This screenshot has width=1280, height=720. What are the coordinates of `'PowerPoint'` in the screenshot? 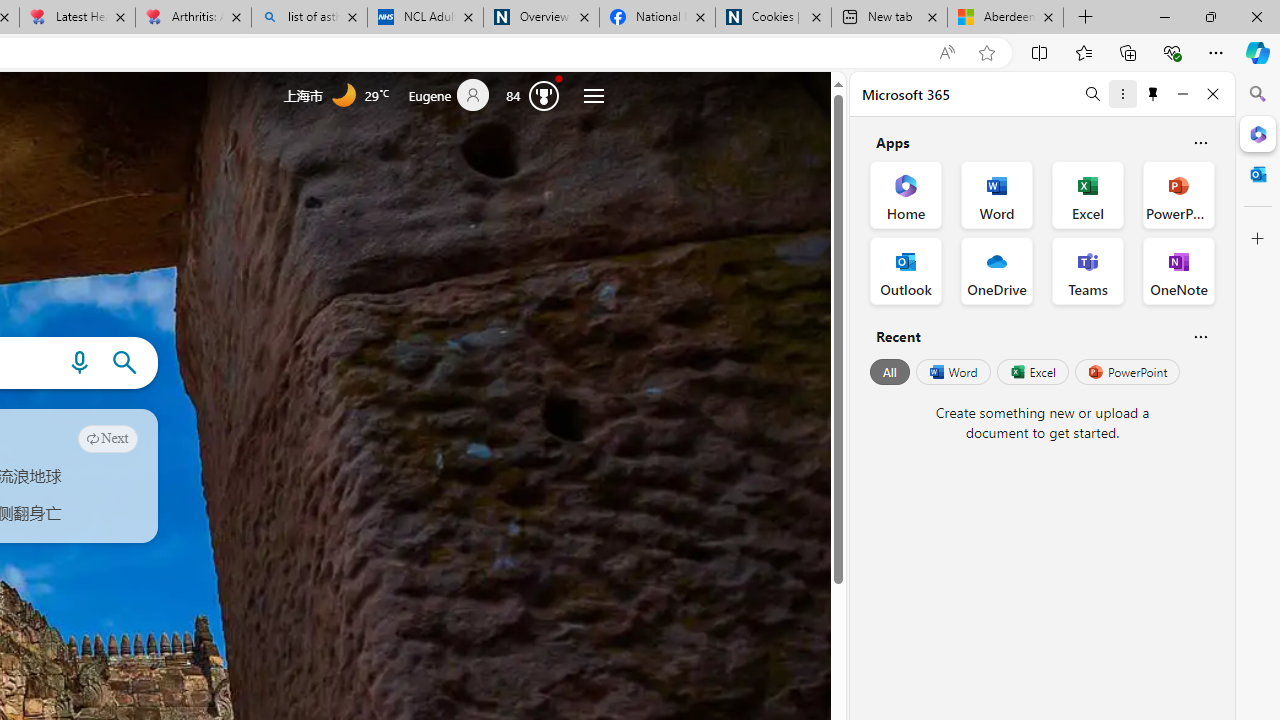 It's located at (1127, 372).